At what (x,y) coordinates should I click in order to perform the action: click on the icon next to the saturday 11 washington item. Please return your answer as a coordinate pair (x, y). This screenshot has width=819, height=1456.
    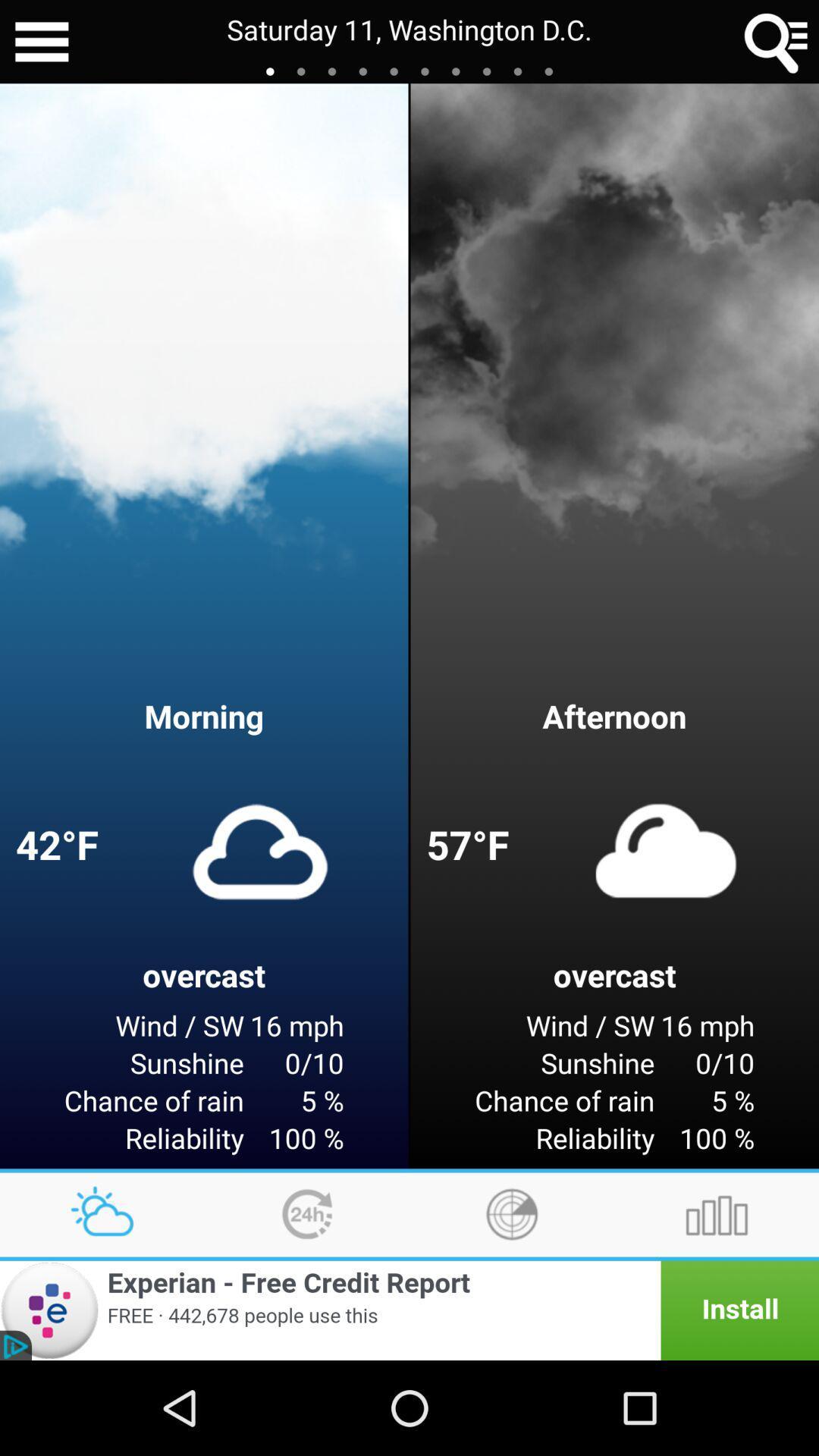
    Looking at the image, I should click on (41, 42).